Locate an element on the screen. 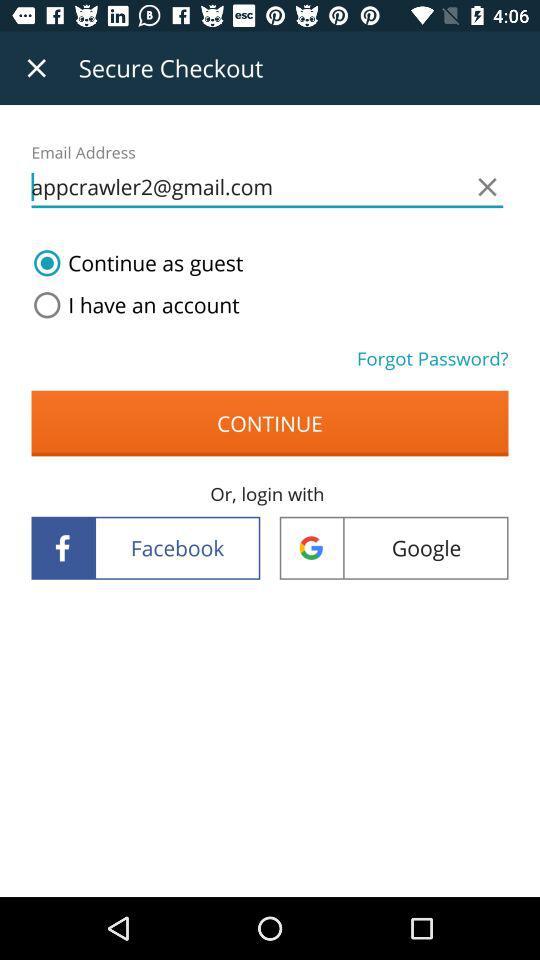 This screenshot has width=540, height=960. the continue as guest item is located at coordinates (134, 262).